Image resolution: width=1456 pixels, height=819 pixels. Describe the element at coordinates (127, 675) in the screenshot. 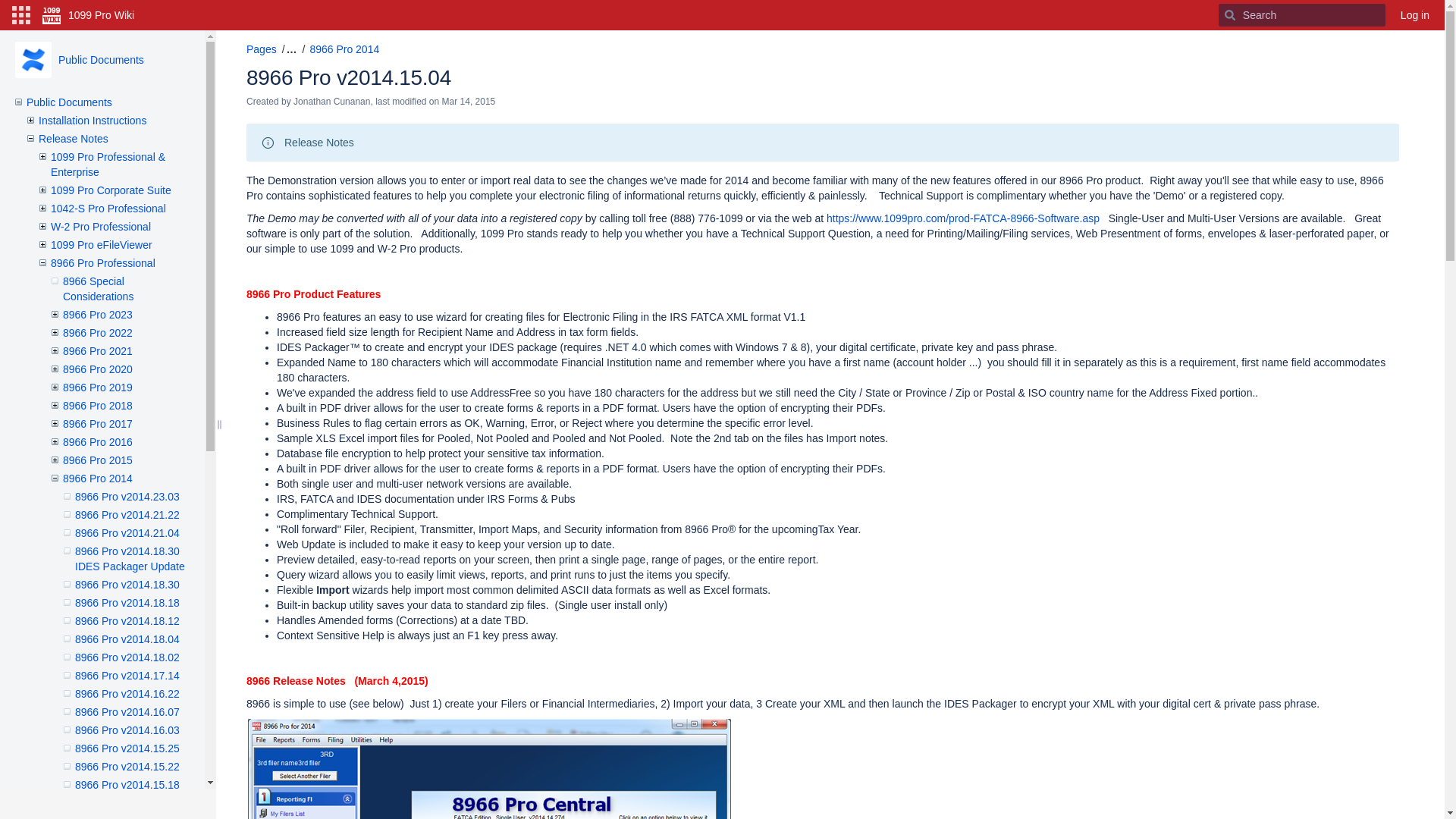

I see `'8966 Pro v2014.17.14'` at that location.